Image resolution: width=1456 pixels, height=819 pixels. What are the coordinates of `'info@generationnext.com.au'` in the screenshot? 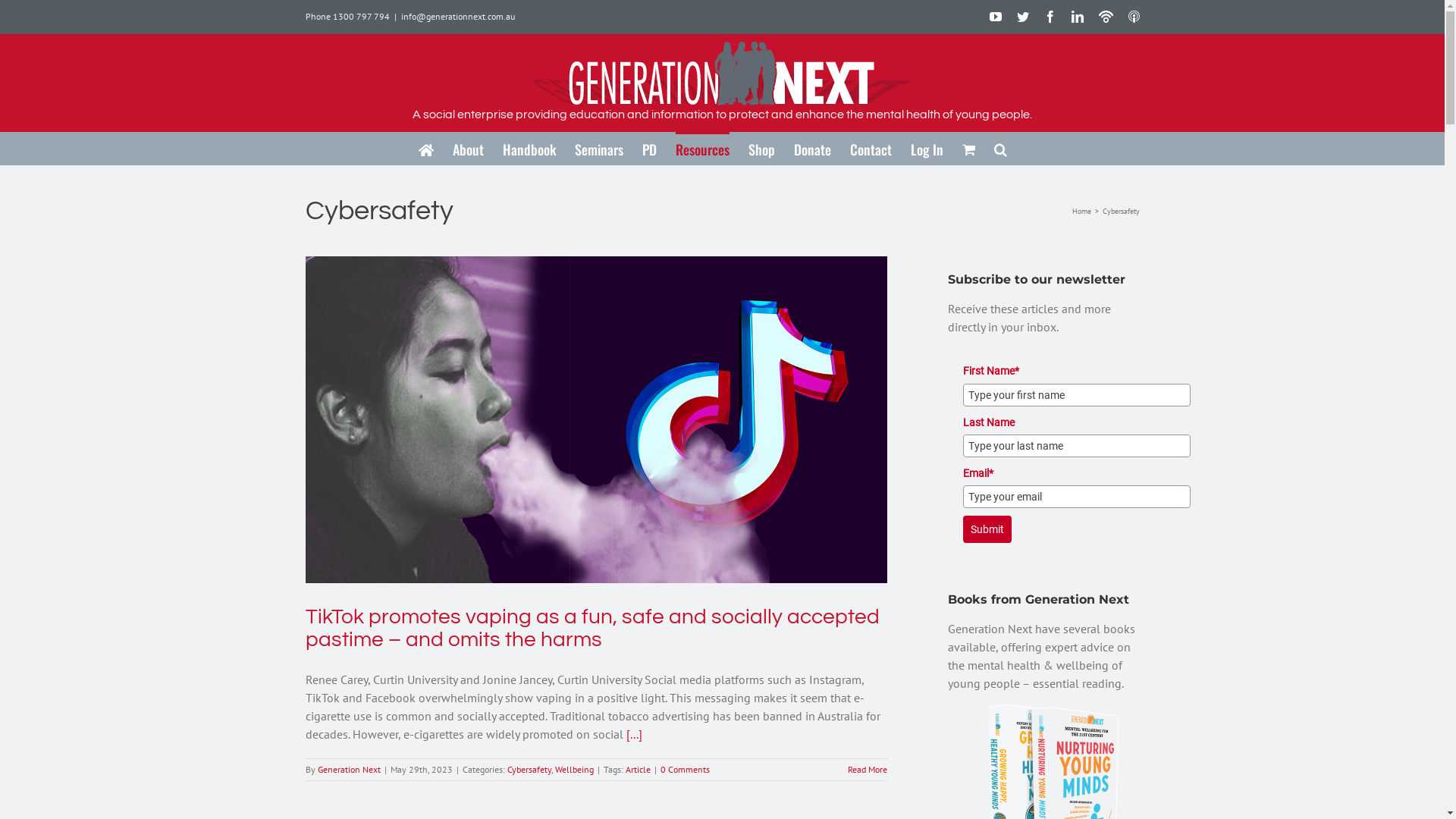 It's located at (457, 16).